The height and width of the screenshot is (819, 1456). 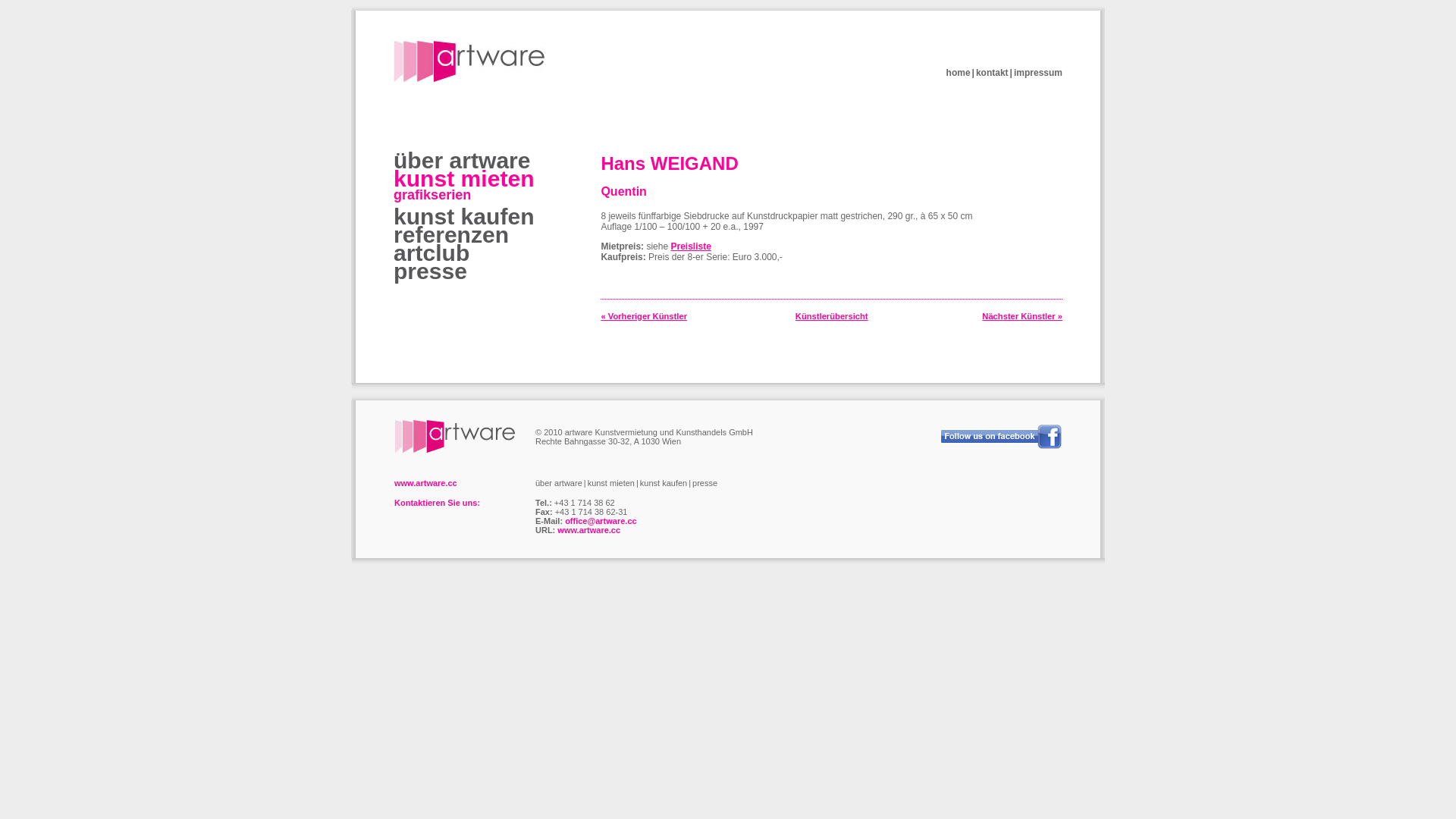 I want to click on 'home', so click(x=957, y=73).